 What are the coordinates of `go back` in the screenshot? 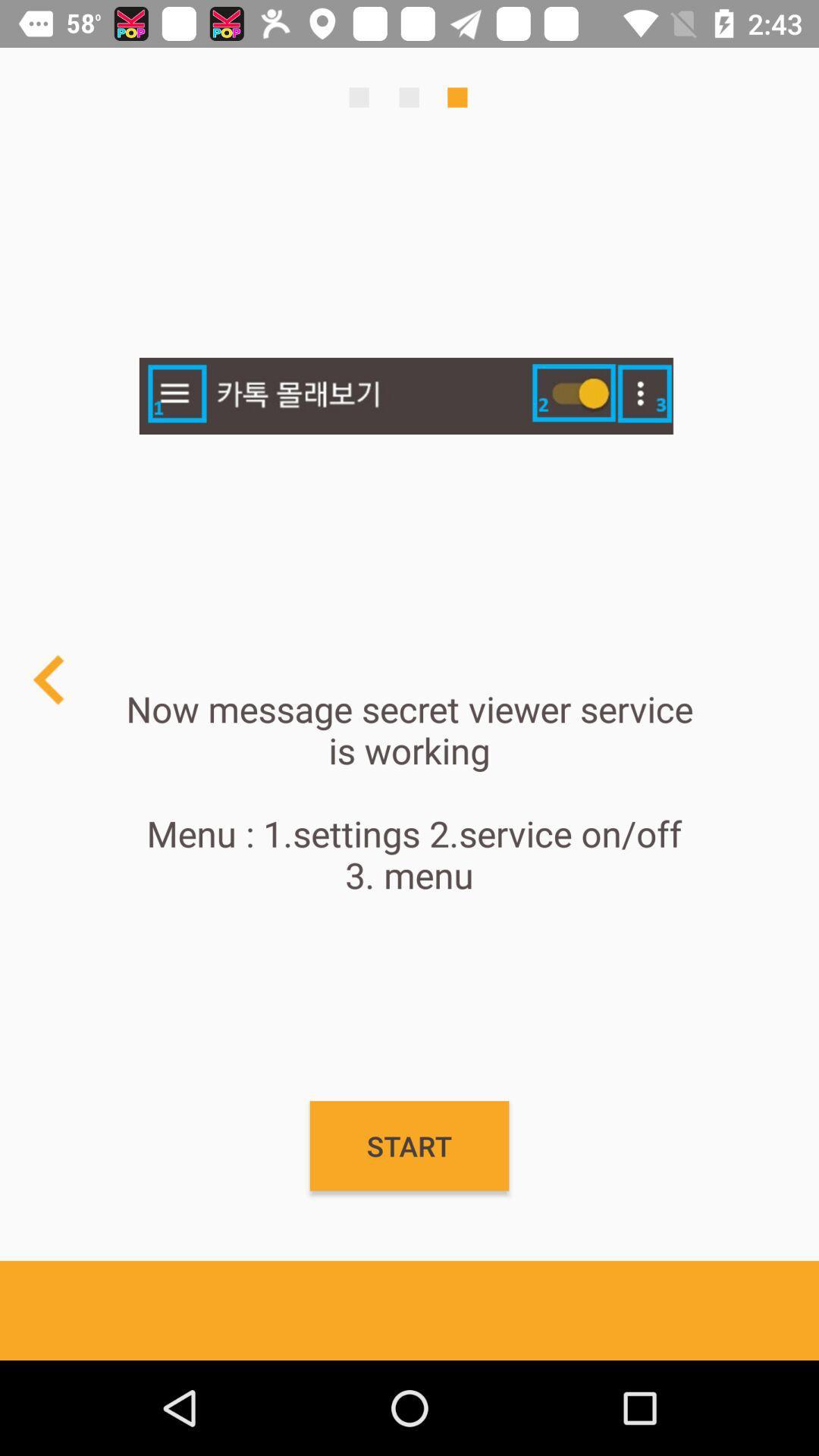 It's located at (49, 679).